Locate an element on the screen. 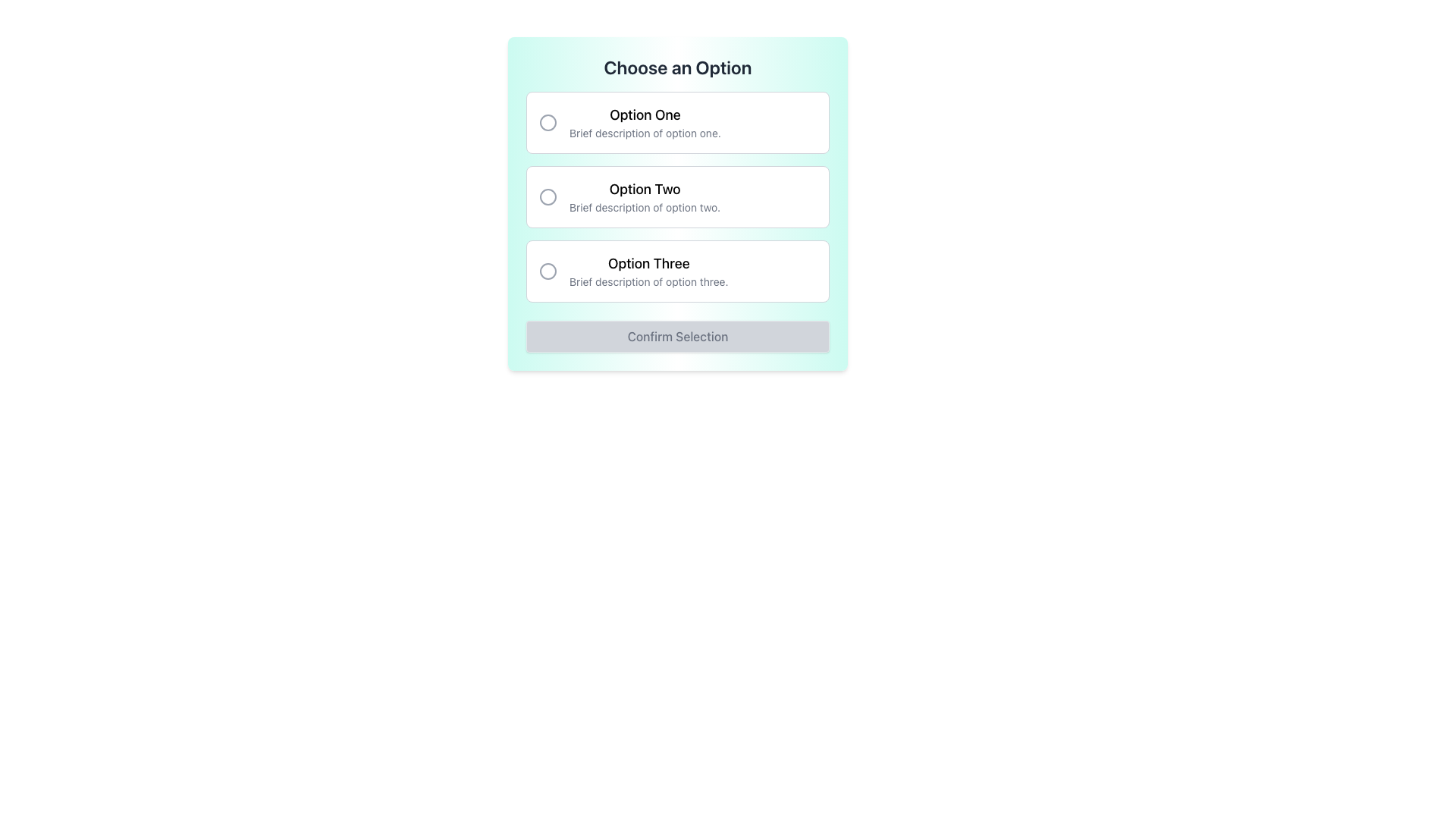 This screenshot has width=1456, height=819. the unselected radio button, which is a circular gray icon located at the leftmost region of the 'Option Three' option card is located at coordinates (548, 271).